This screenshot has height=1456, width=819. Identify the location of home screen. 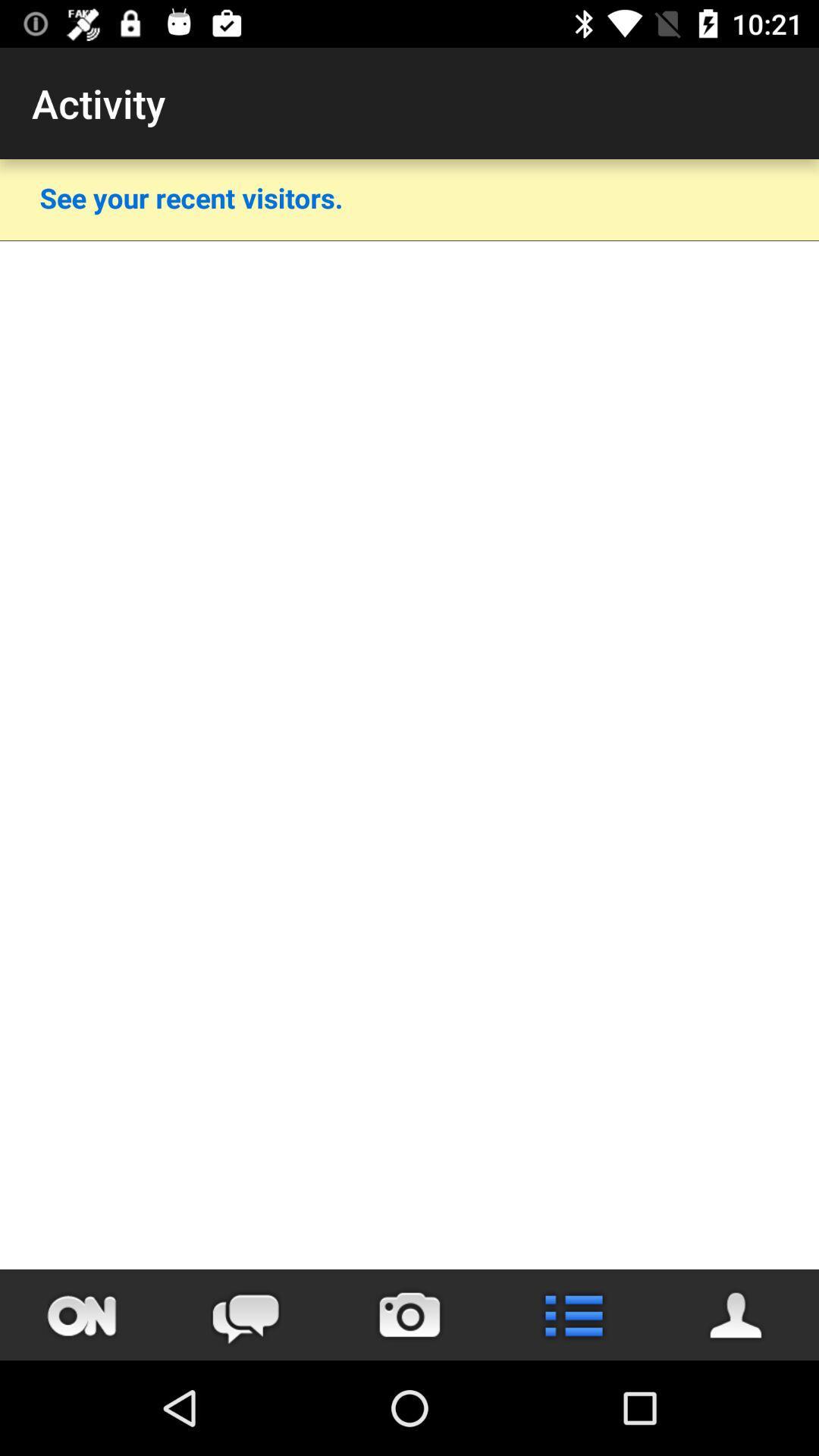
(82, 1314).